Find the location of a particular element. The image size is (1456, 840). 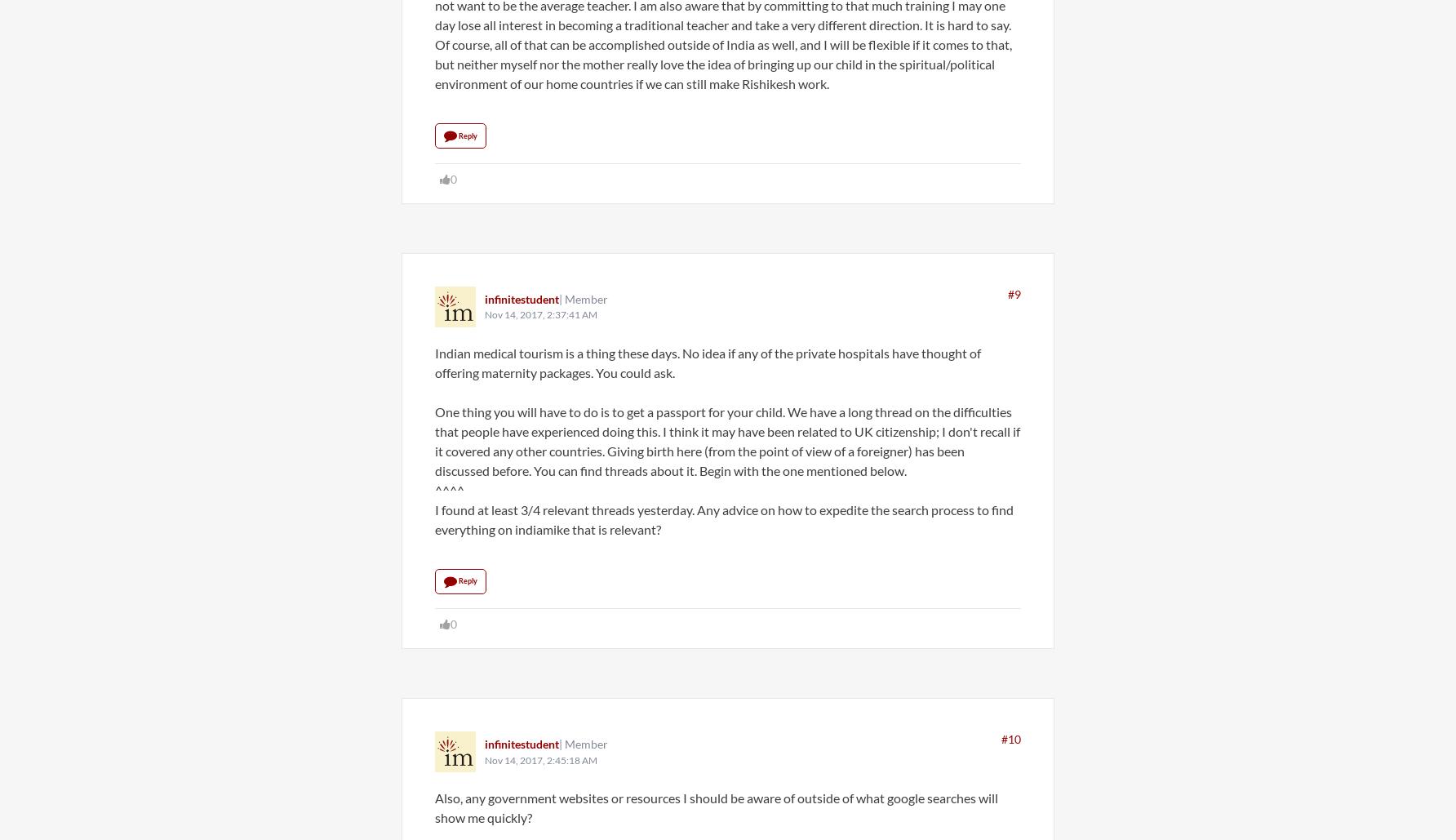

'Nov 14, 2017, 2:37:41 AM' is located at coordinates (484, 313).